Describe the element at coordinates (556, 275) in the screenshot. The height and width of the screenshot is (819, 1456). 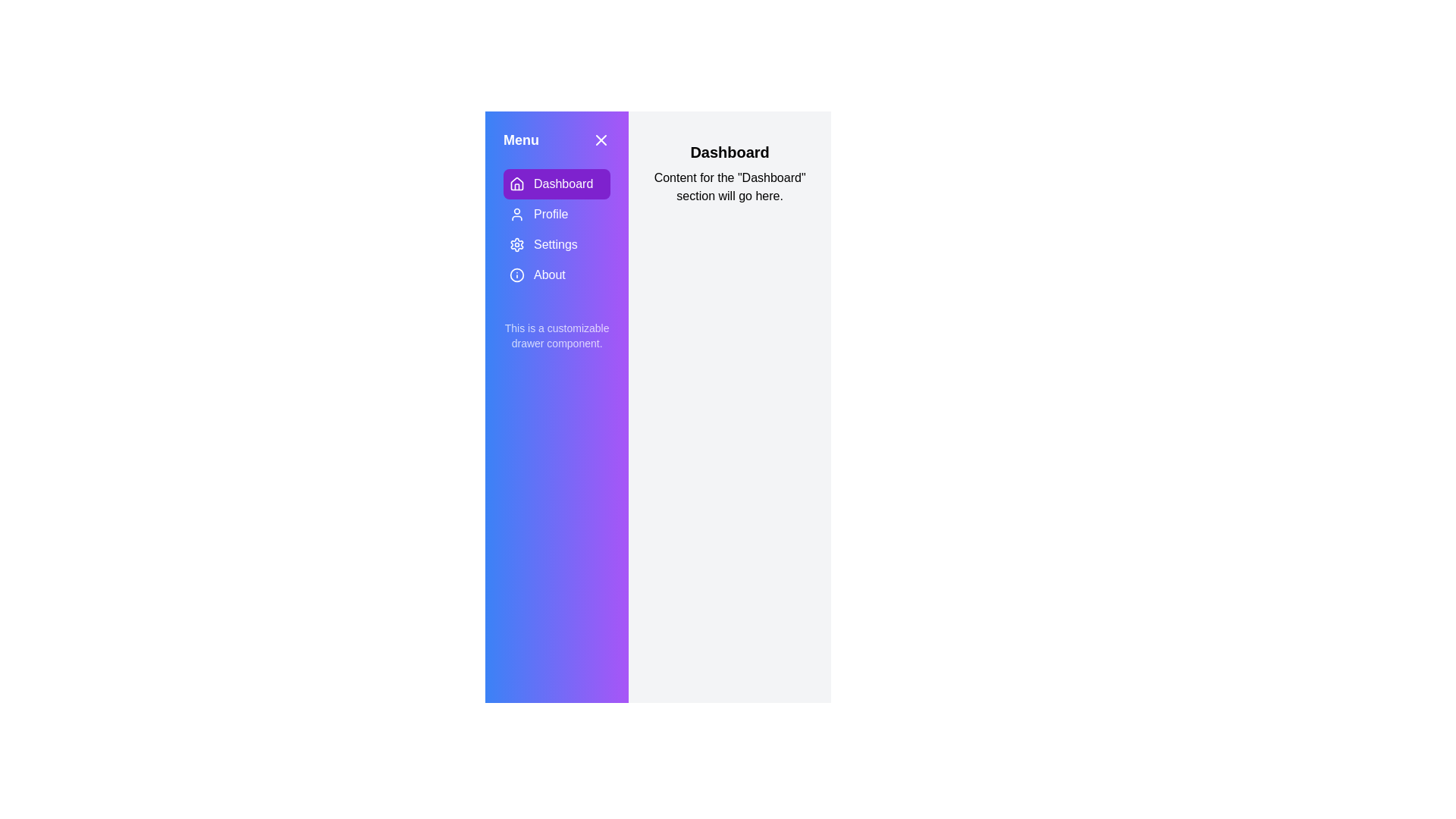
I see `the About section in the menu` at that location.